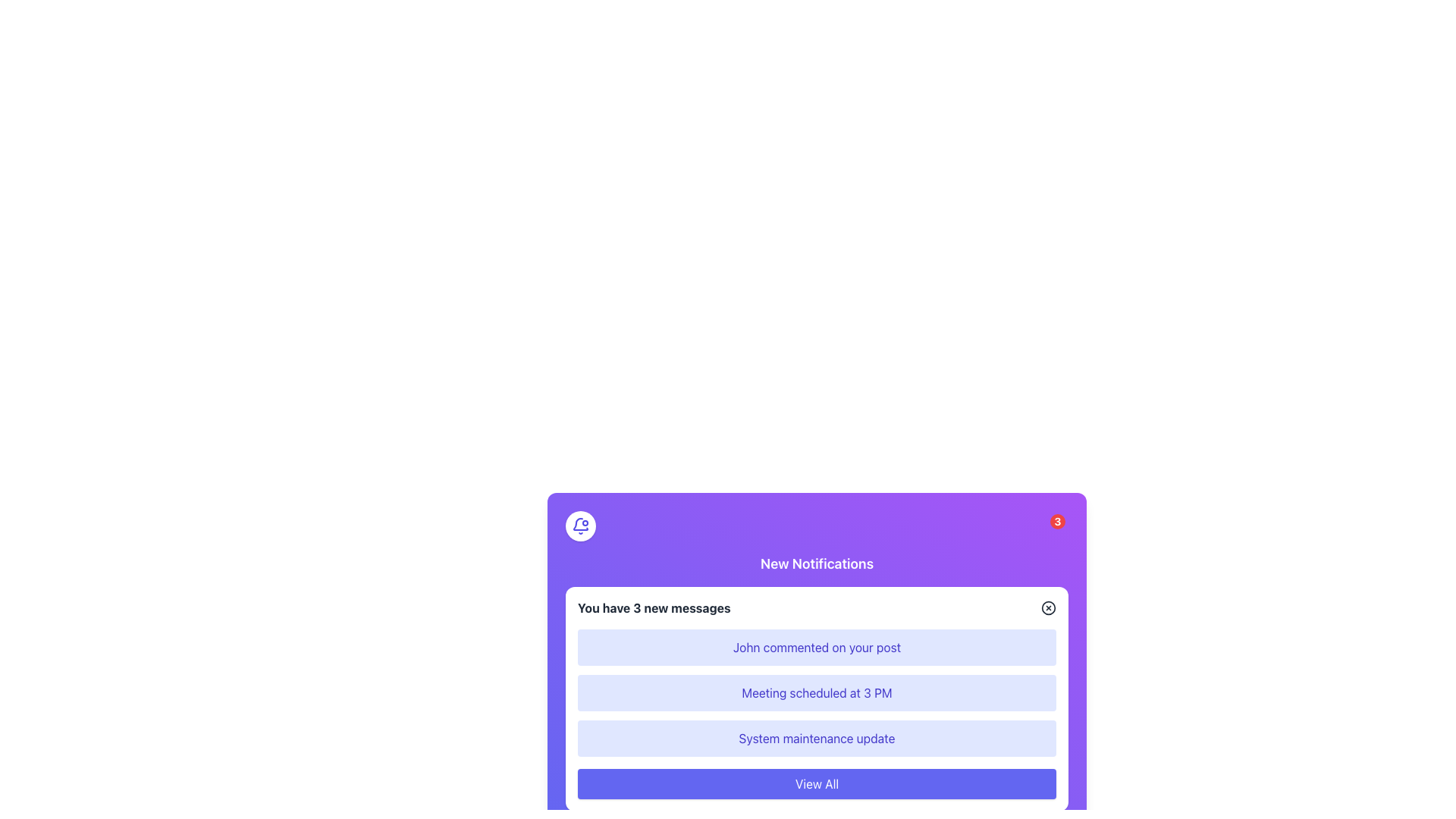 The image size is (1456, 819). What do you see at coordinates (1047, 607) in the screenshot?
I see `the circular SVG element located at the top-right of the notification card, which is used for dismissing or closing notifications` at bounding box center [1047, 607].